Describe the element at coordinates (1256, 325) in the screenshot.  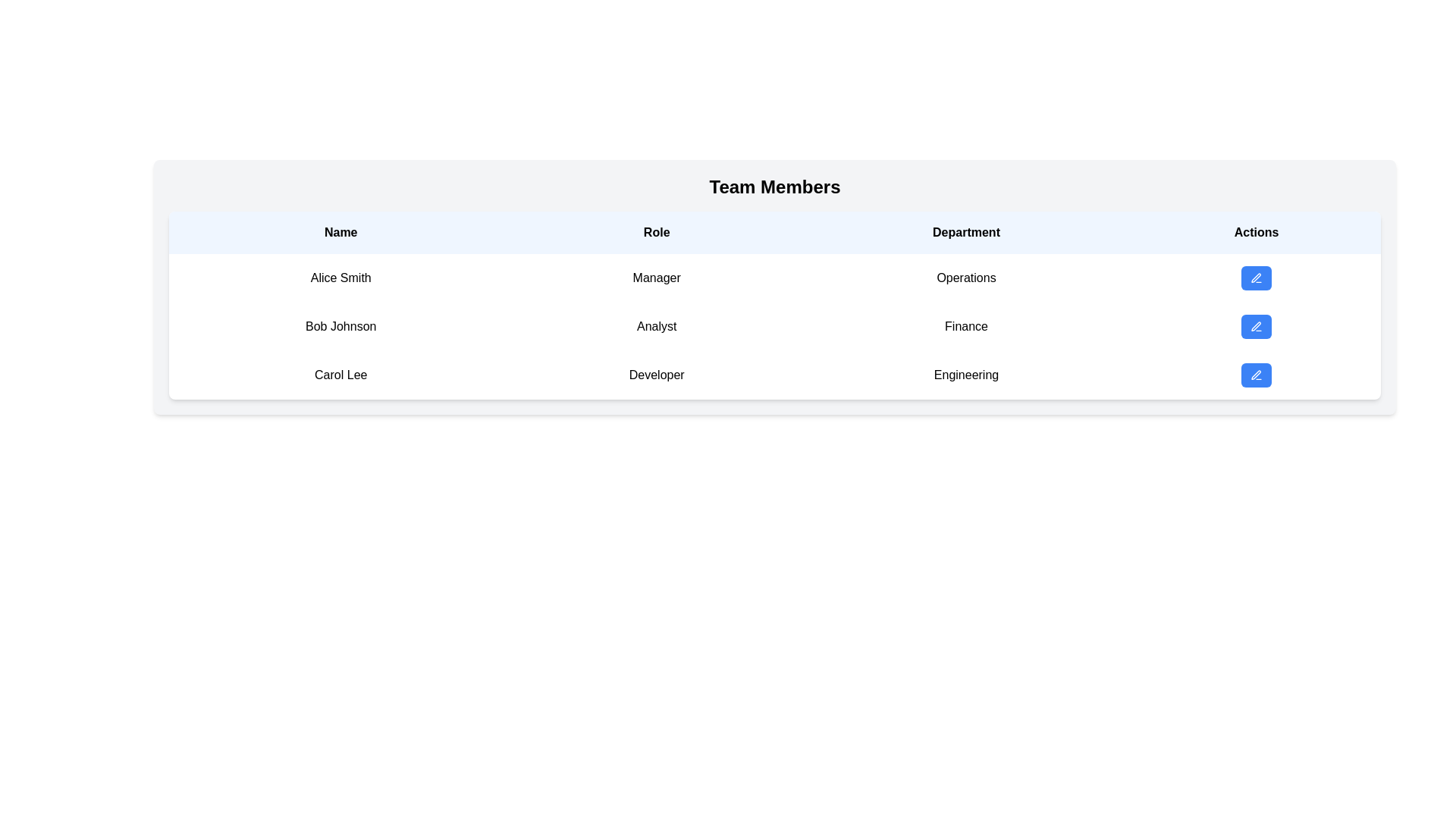
I see `the blue edit icon resembling a pen next to user 'Bob Johnson' in the 'Actions' column of the table to initiate editing` at that location.